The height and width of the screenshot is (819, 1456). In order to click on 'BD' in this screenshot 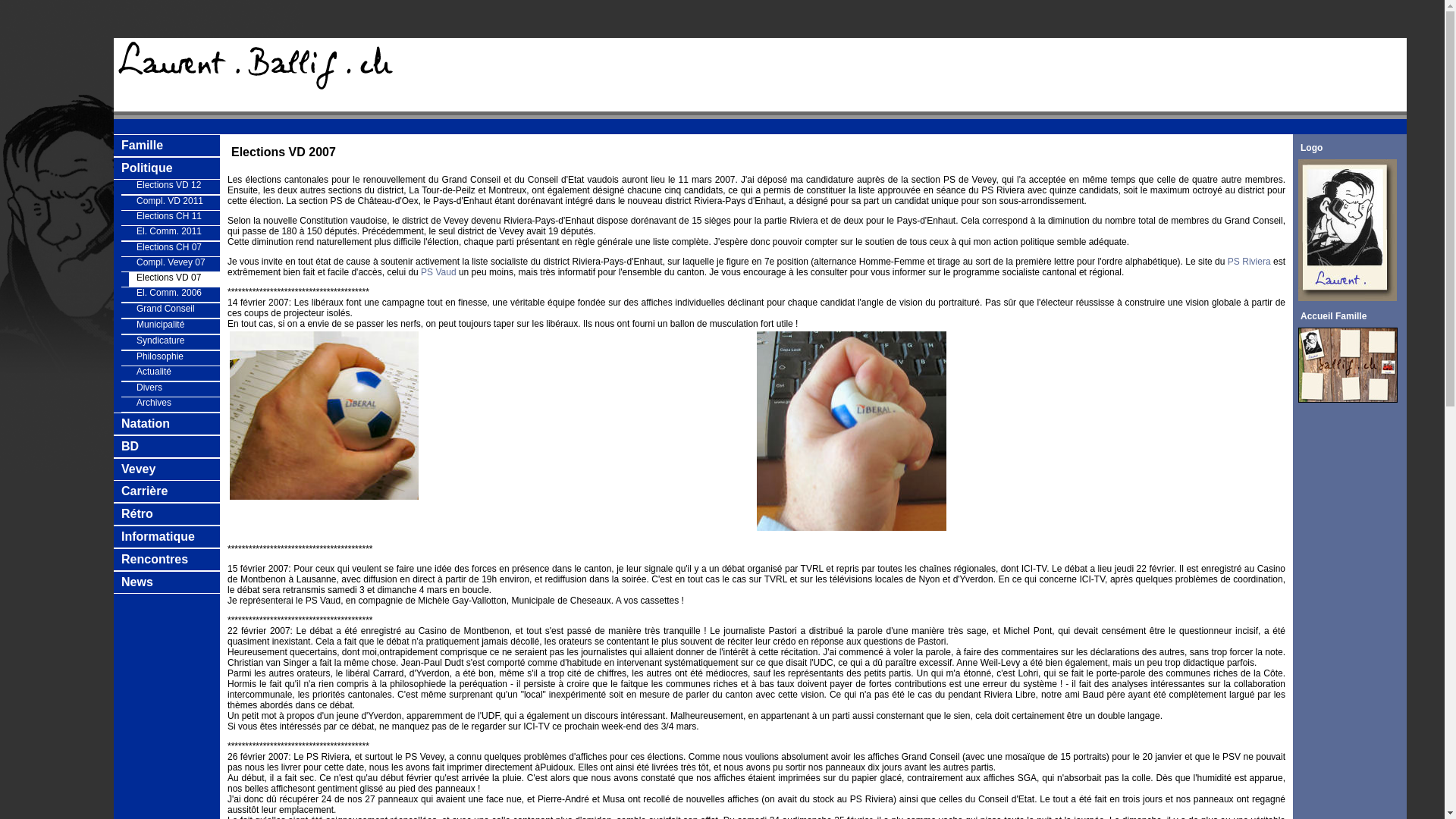, I will do `click(171, 446)`.